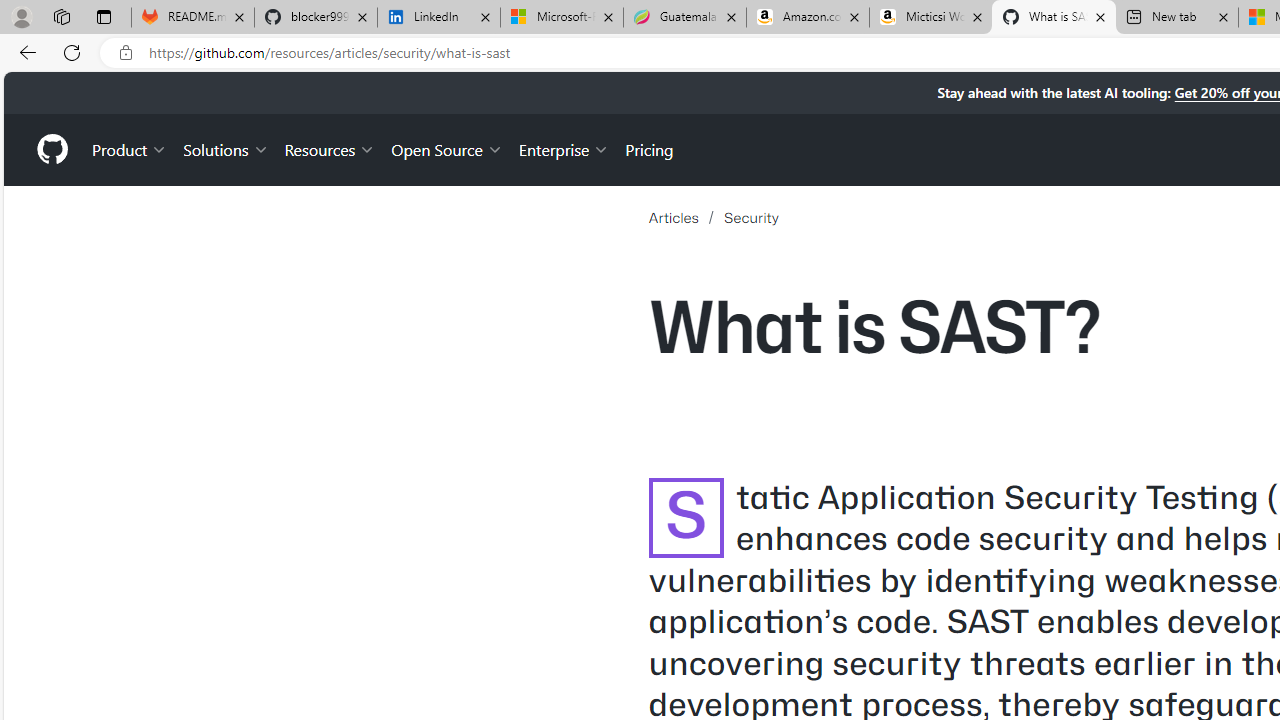 The image size is (1280, 720). I want to click on 'Solutions', so click(225, 148).